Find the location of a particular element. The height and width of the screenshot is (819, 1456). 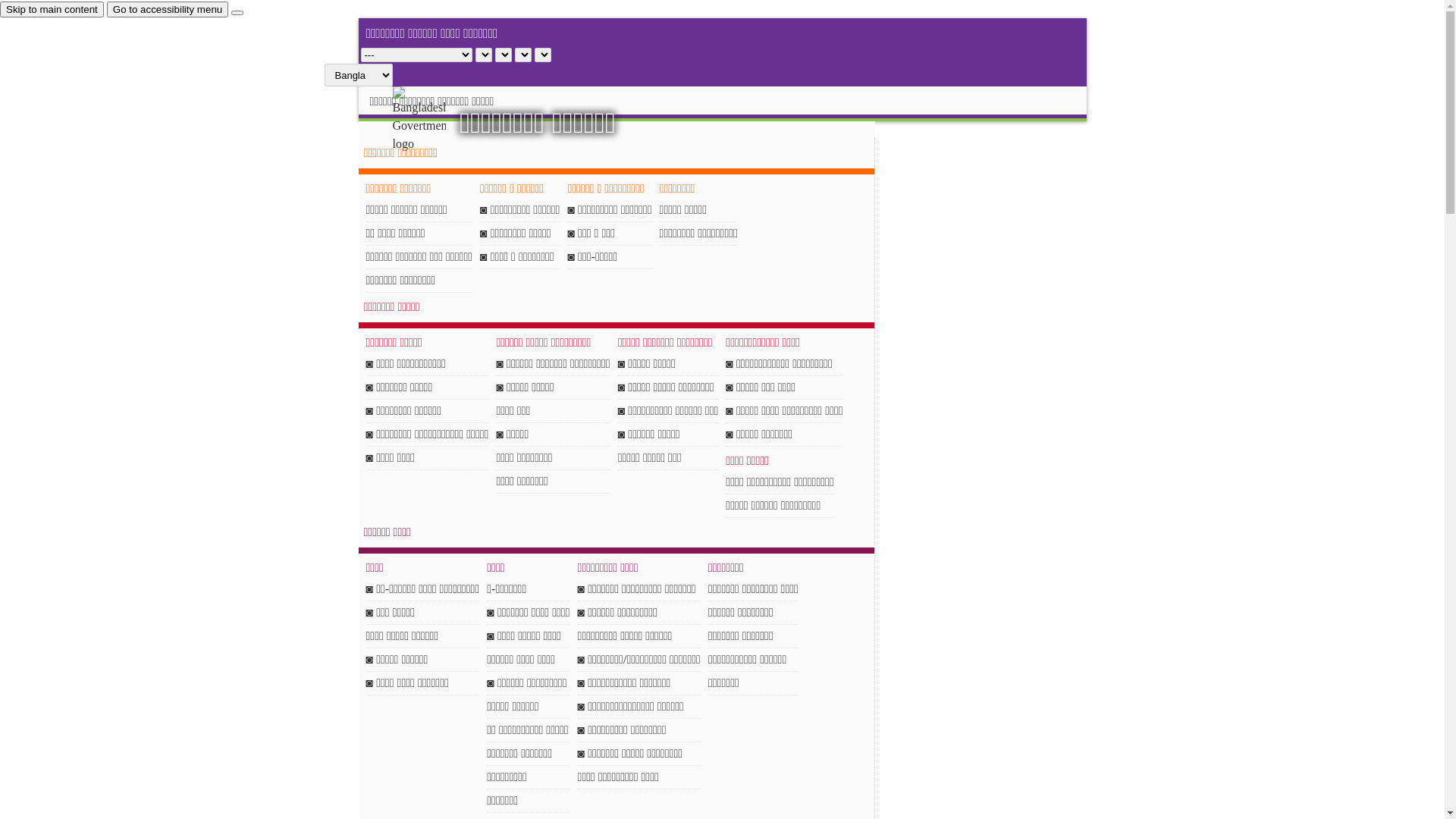

'Skip to main content' is located at coordinates (52, 9).